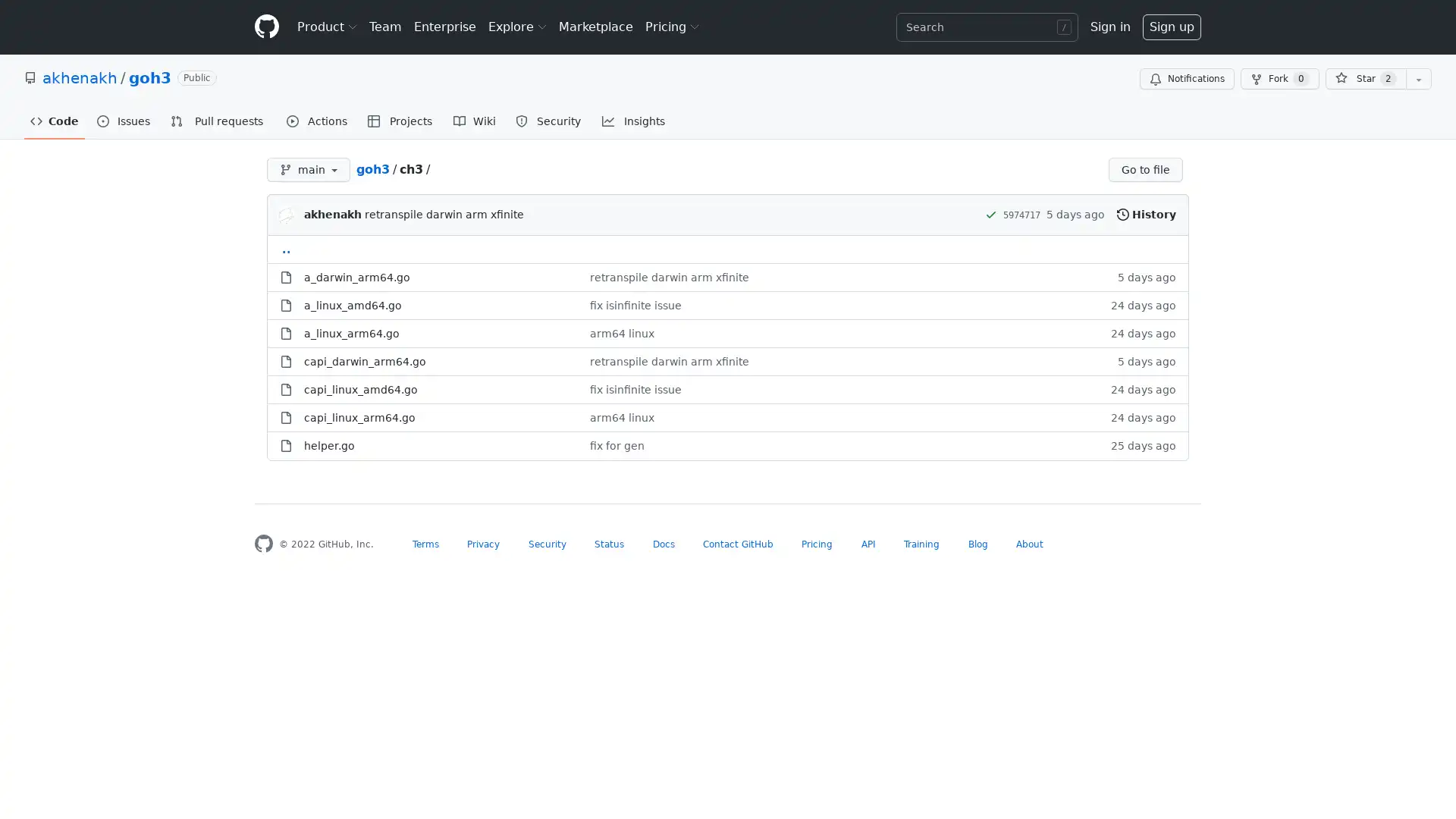 Image resolution: width=1456 pixels, height=819 pixels. I want to click on You must be signed in to add this repository to a list, so click(1418, 79).